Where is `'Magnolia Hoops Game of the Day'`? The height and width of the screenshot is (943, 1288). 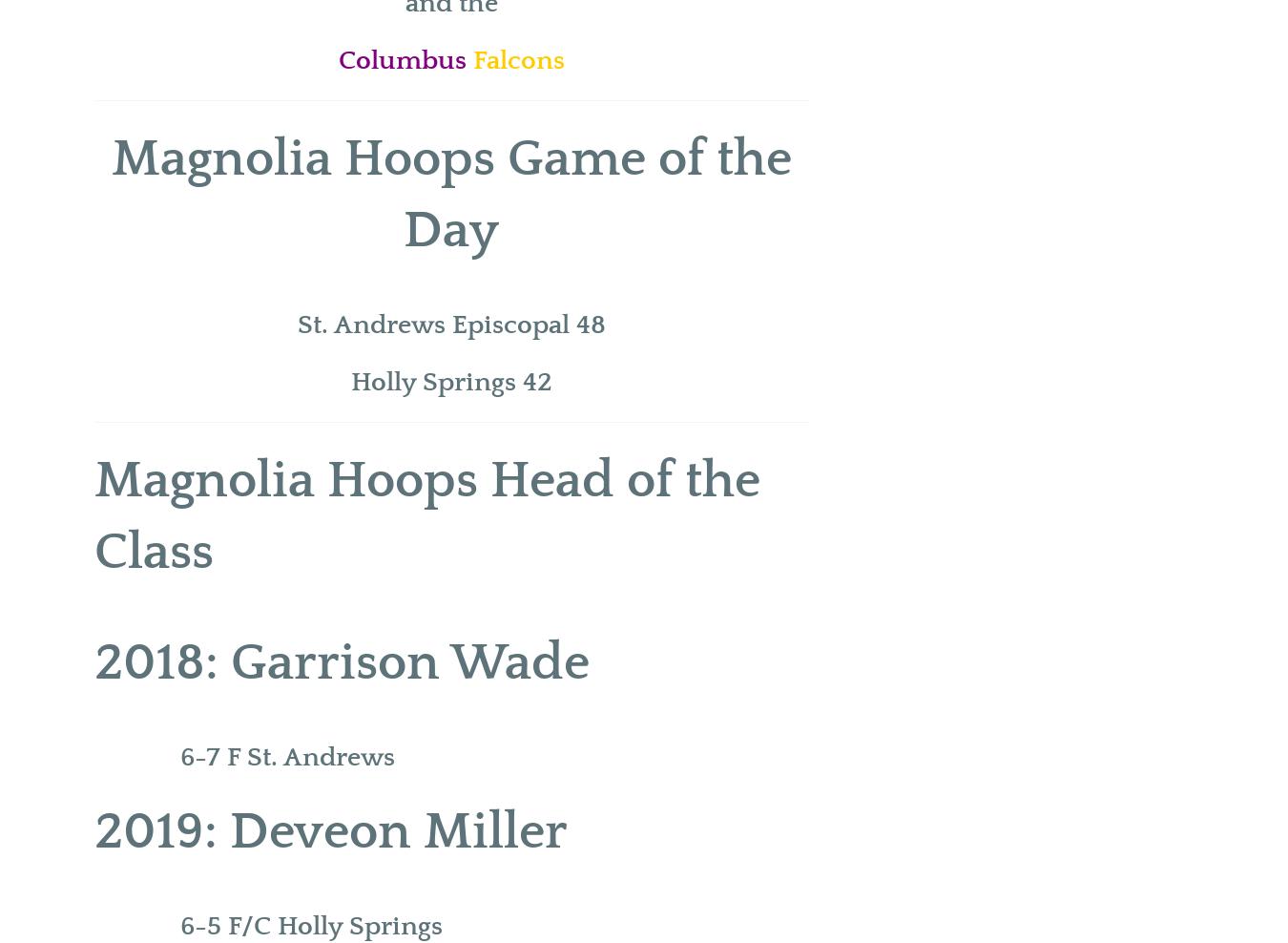 'Magnolia Hoops Game of the Day' is located at coordinates (449, 195).